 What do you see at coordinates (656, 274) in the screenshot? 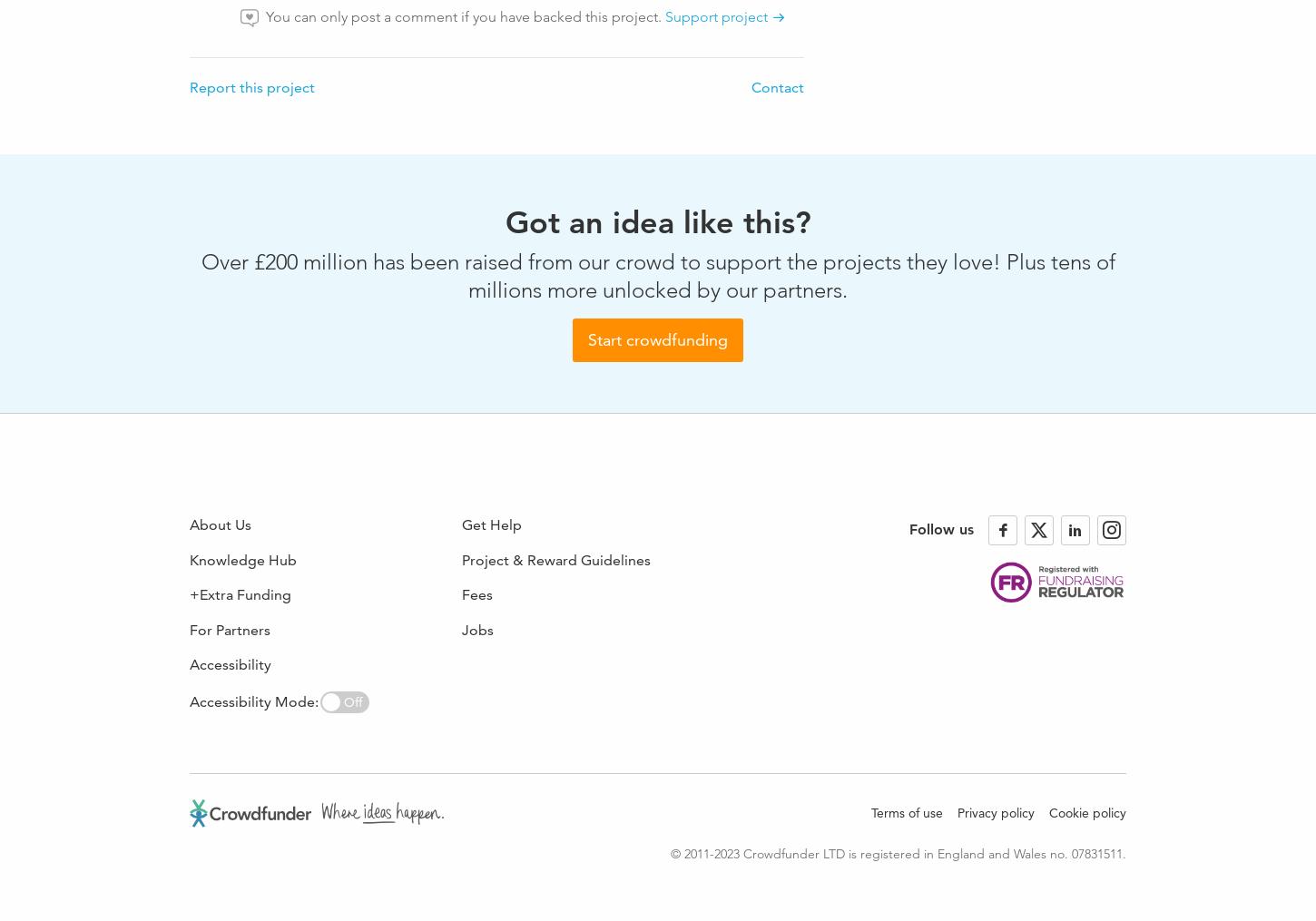
I see `'Over £200 million has been raised from our crowd to support the projects they love! Plus tens of millions more unlocked by our partners.'` at bounding box center [656, 274].